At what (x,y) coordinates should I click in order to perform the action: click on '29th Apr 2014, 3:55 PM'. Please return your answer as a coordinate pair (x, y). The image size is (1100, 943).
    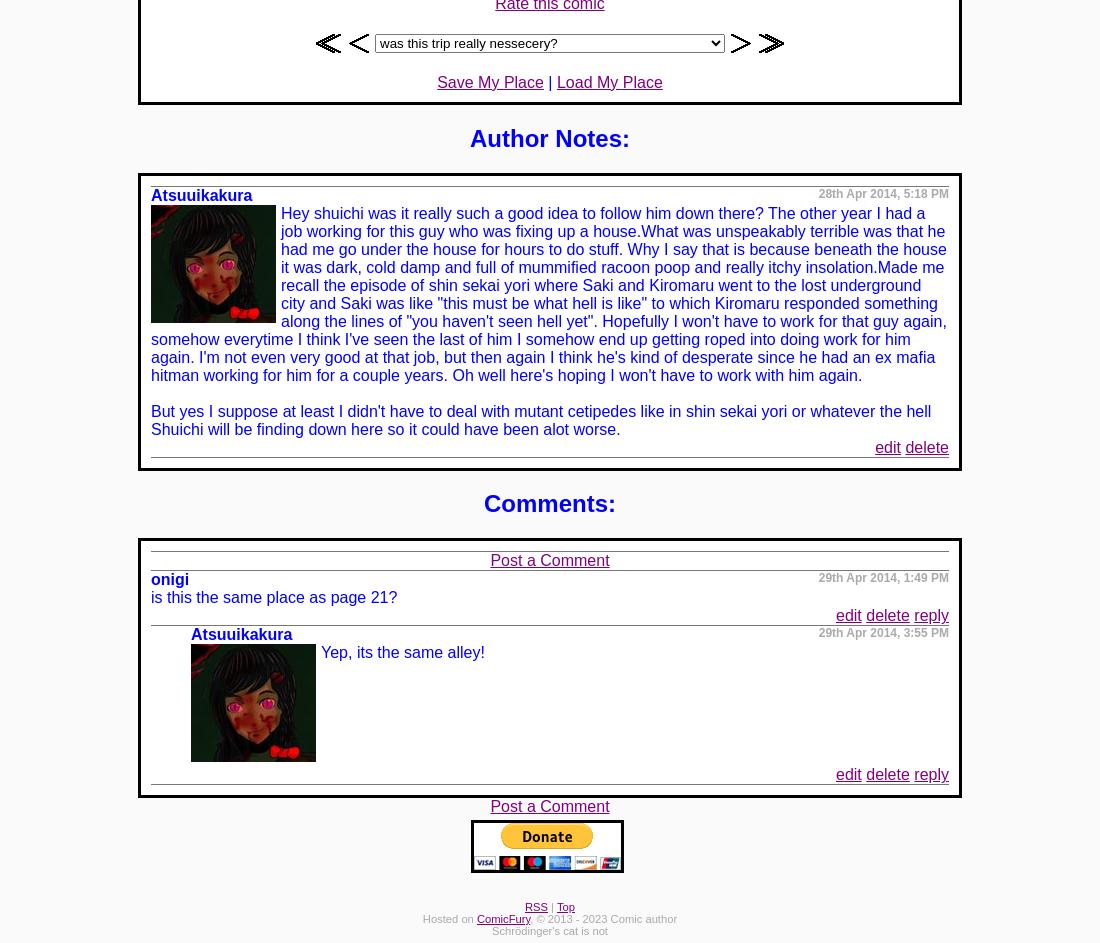
    Looking at the image, I should click on (882, 633).